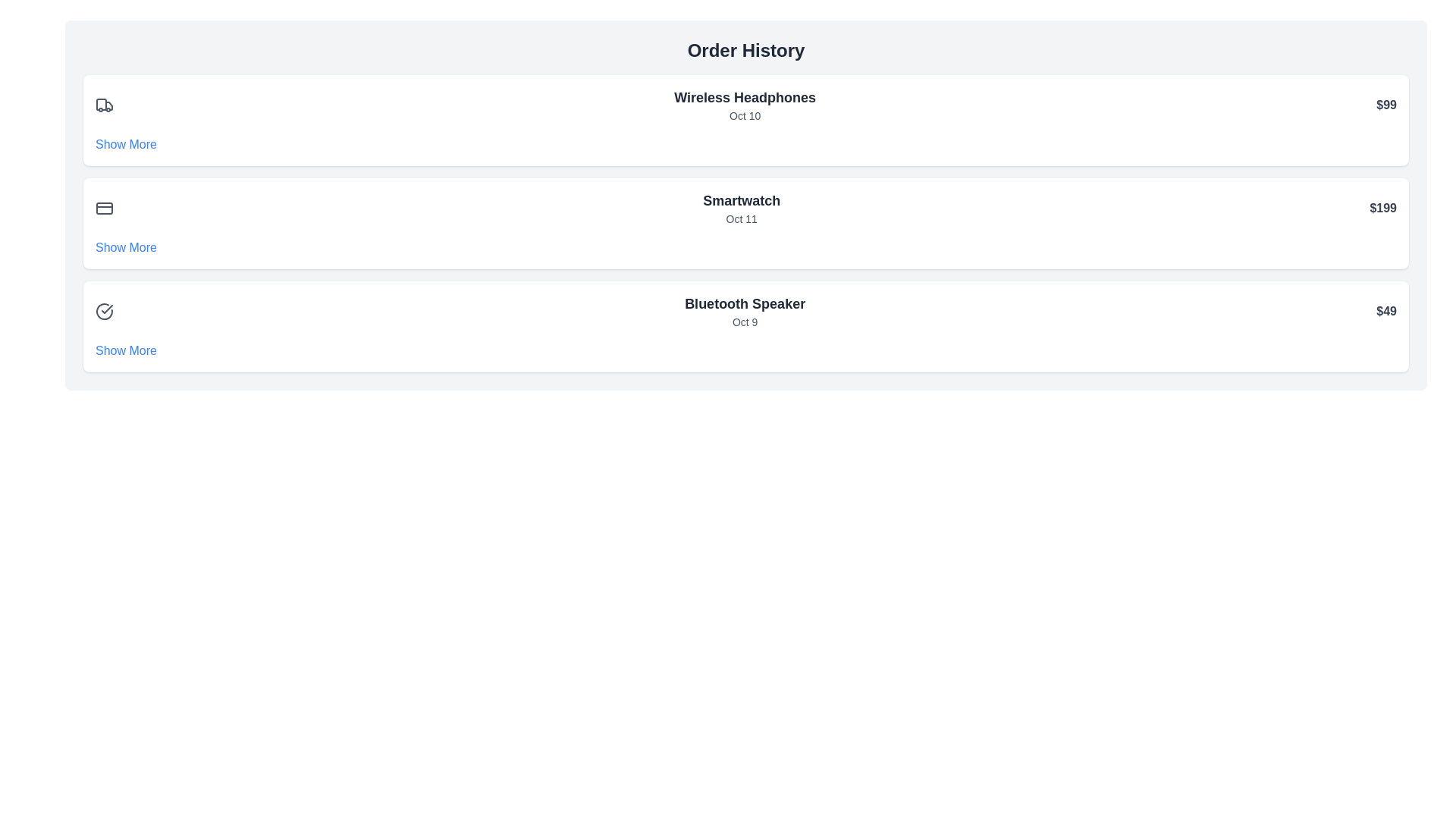  I want to click on the text label that conveys the product name 'Smartwatch' and the date 'Oct 11', which is centrally located in the product description section, so click(742, 208).